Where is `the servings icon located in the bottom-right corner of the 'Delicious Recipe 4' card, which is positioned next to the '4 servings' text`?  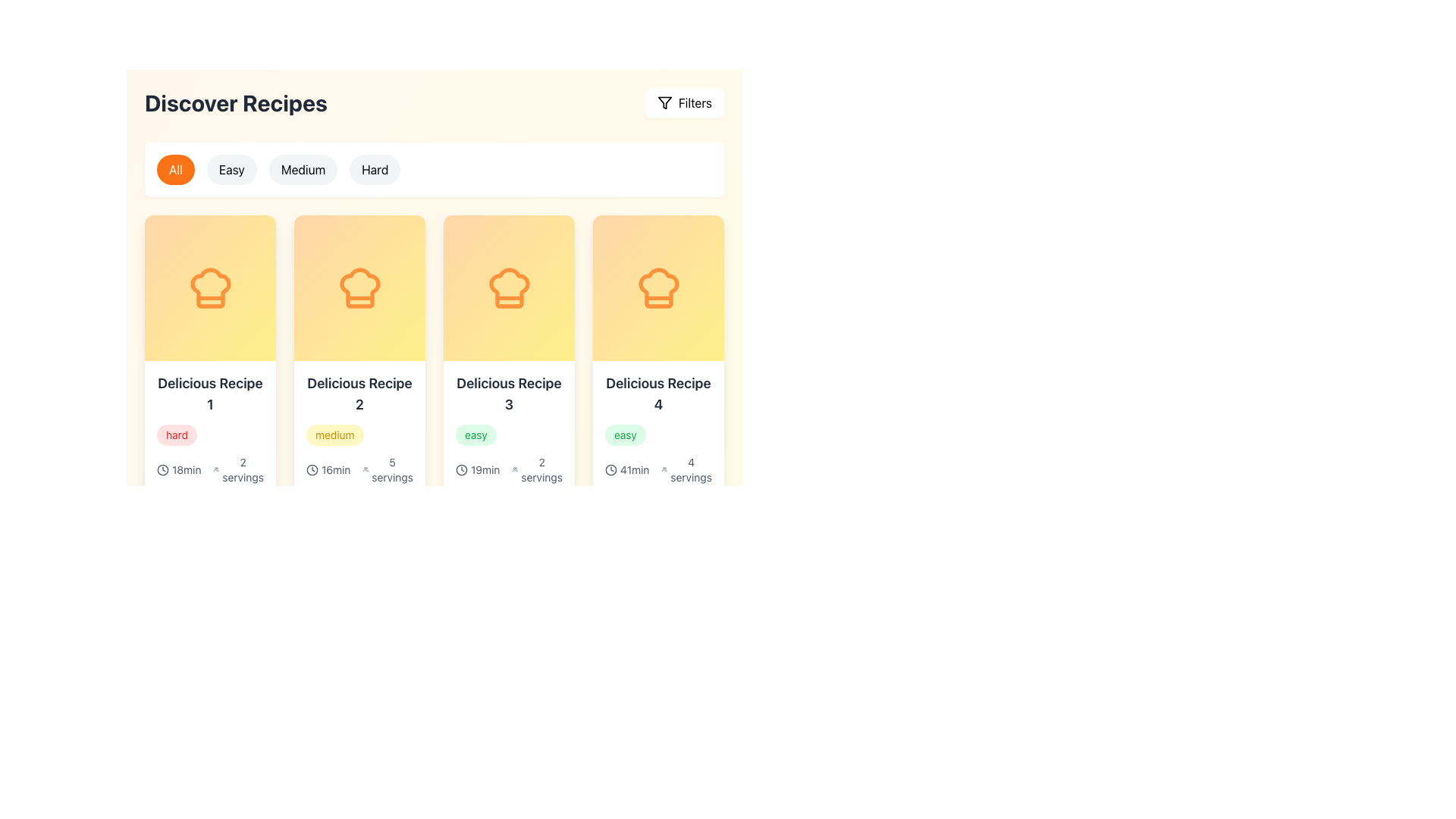 the servings icon located in the bottom-right corner of the 'Delicious Recipe 4' card, which is positioned next to the '4 servings' text is located at coordinates (515, 806).